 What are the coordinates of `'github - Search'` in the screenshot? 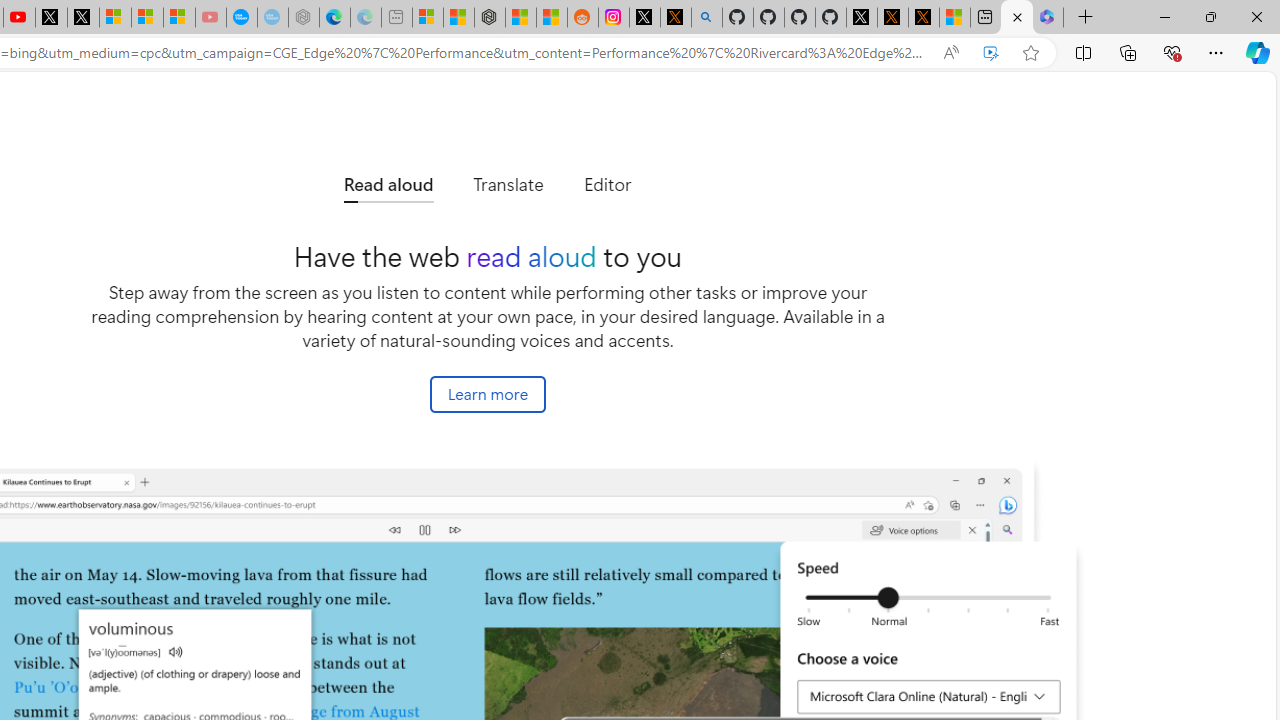 It's located at (707, 17).